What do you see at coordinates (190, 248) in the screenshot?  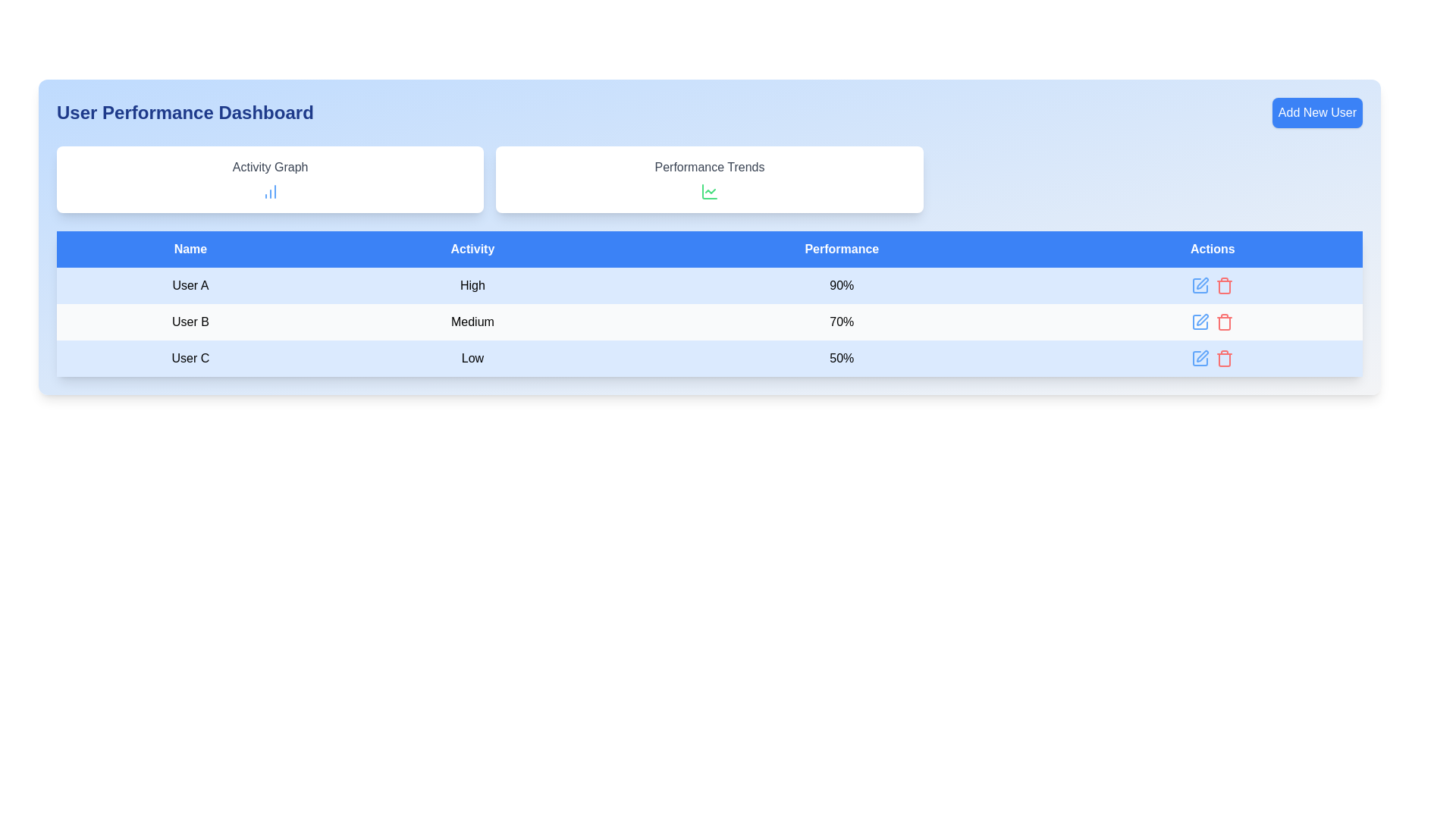 I see `the 'Name' header label in the table, which is the first element in the header row, indicating the user names column` at bounding box center [190, 248].